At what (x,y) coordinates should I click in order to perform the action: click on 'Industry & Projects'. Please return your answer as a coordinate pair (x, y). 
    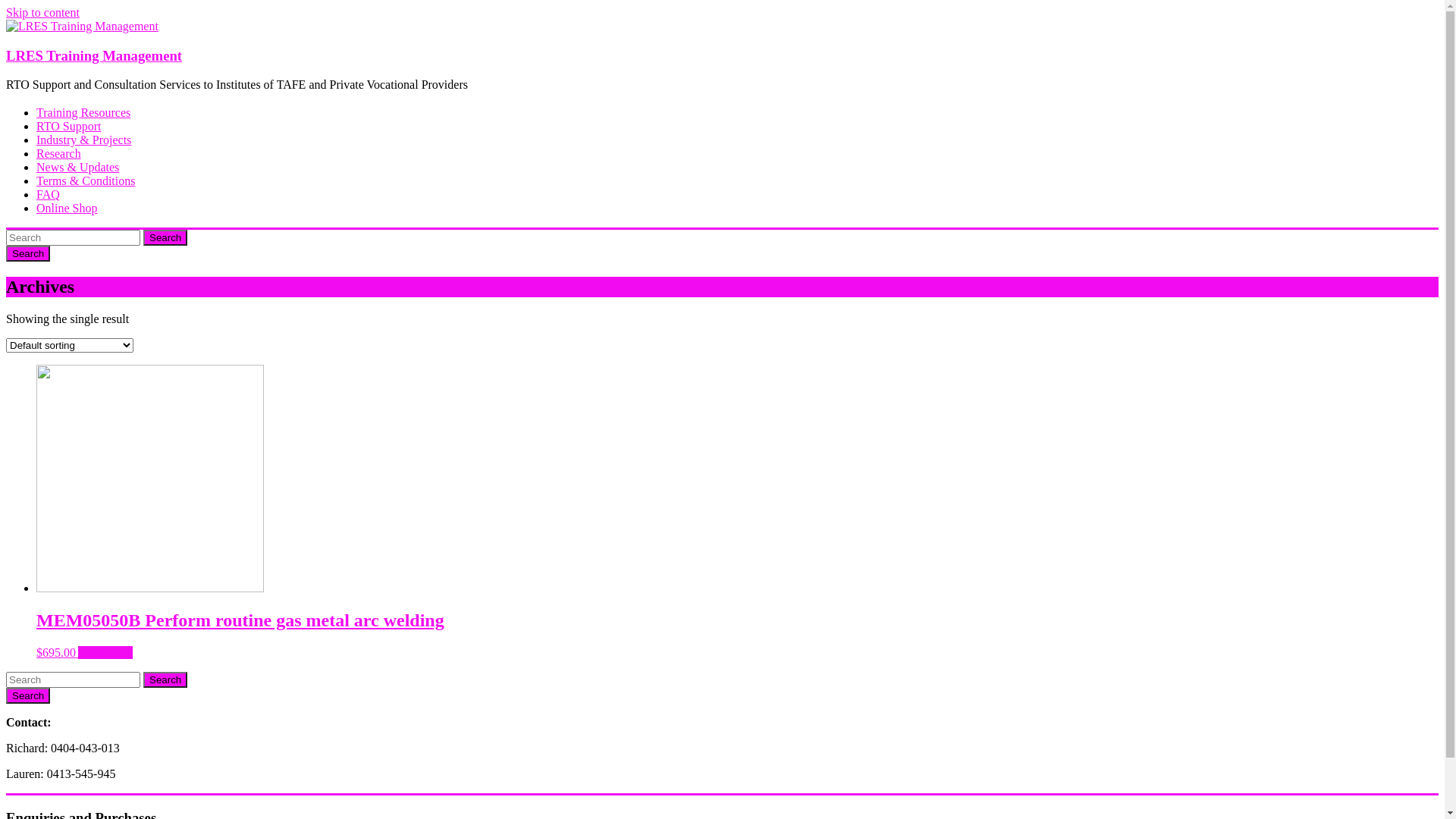
    Looking at the image, I should click on (83, 140).